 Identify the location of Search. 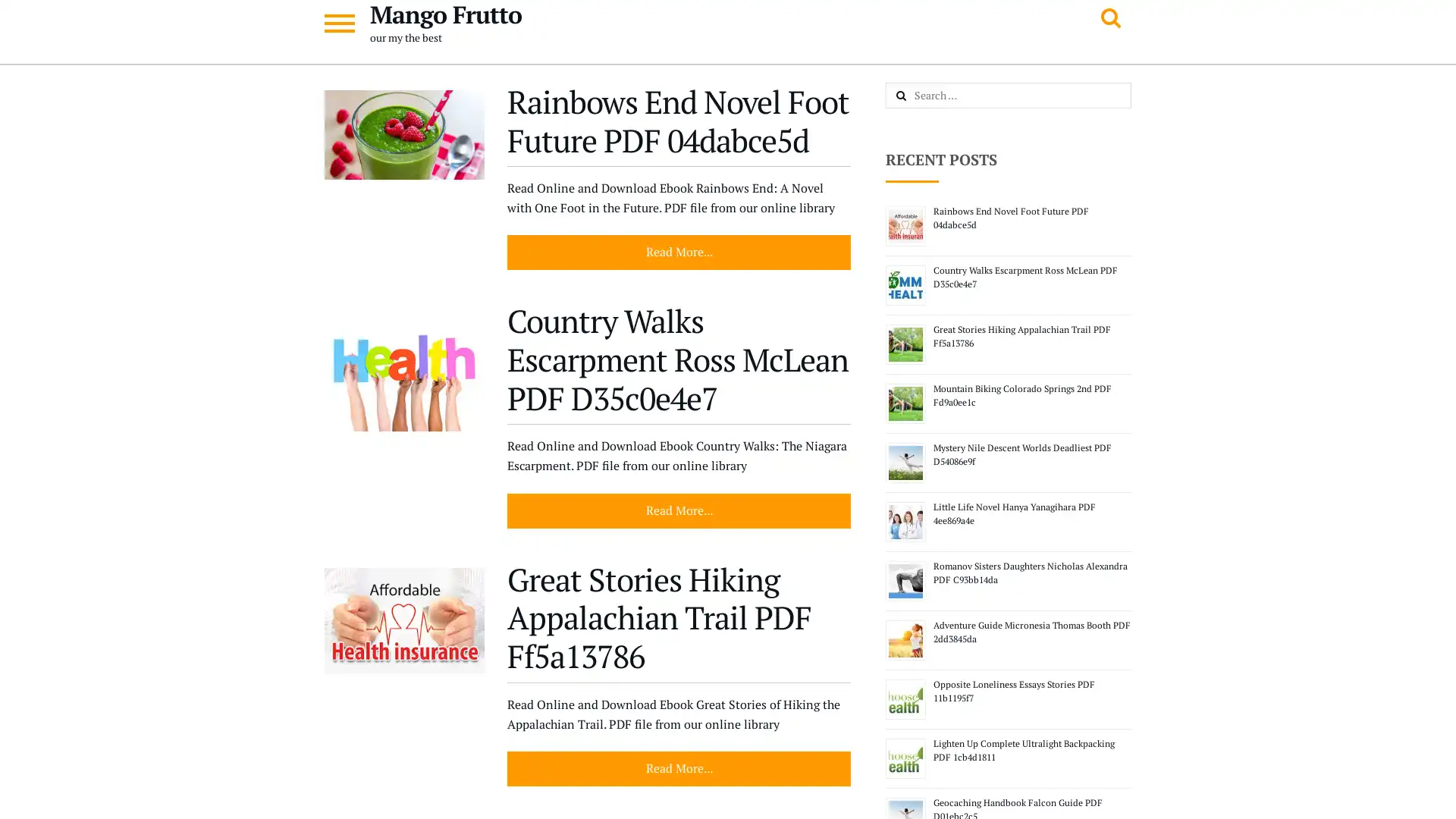
(917, 96).